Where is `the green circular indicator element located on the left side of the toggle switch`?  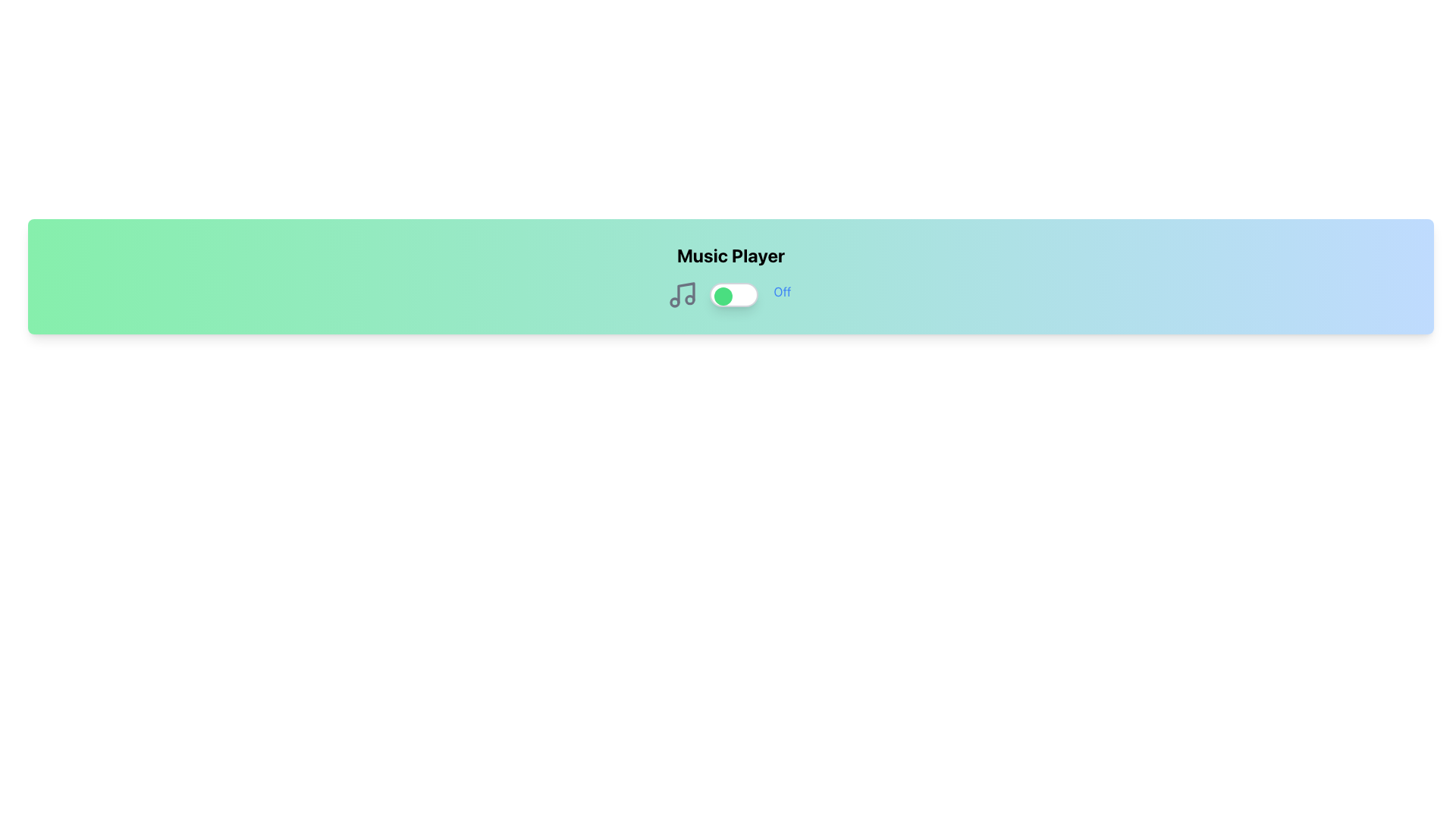
the green circular indicator element located on the left side of the toggle switch is located at coordinates (723, 296).